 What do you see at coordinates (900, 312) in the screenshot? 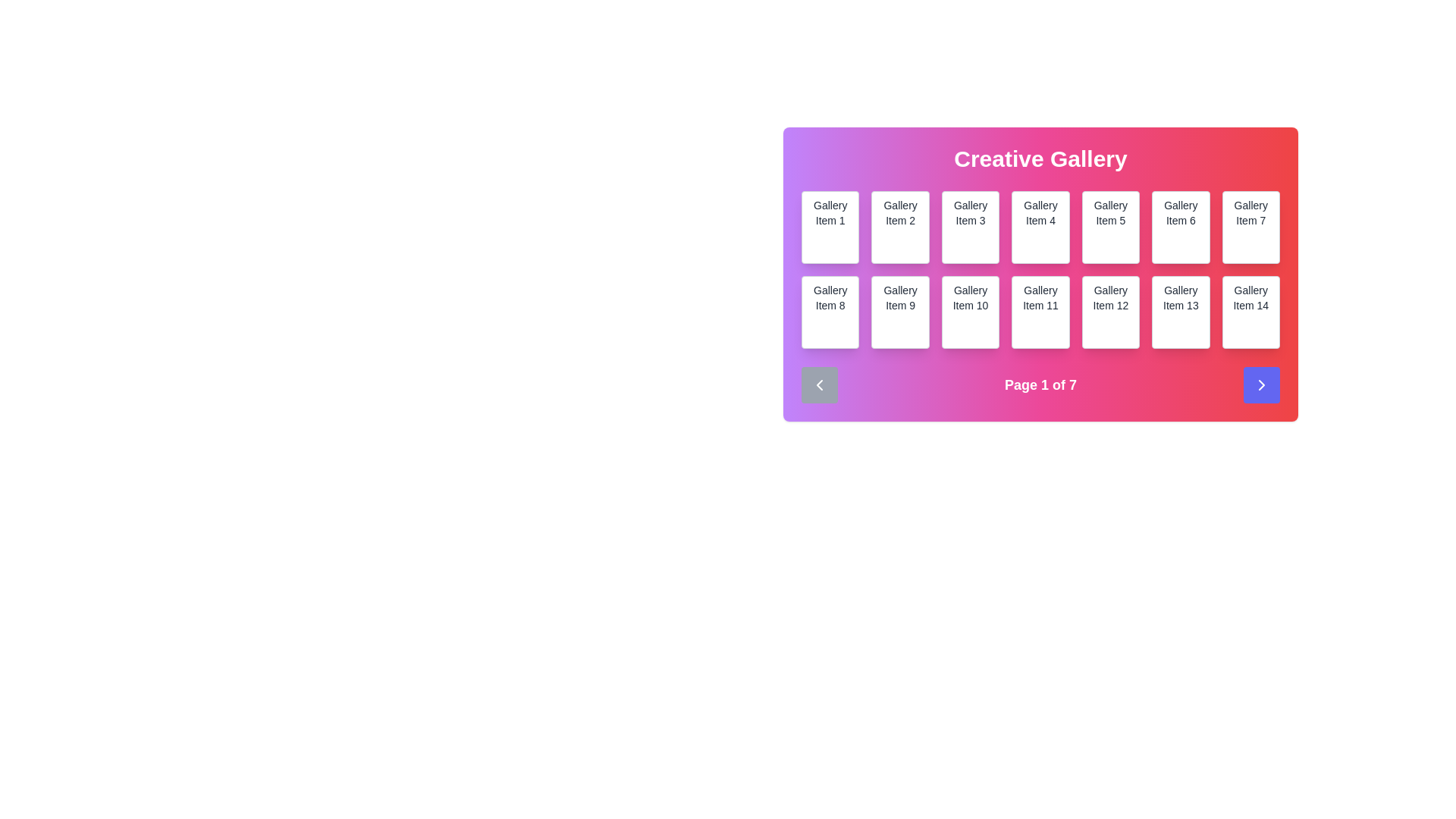
I see `to select or highlight the gallery card located in the second row and second column of the grid, which is positioned below 'Gallery Item 2' and to the right of 'Gallery Item 8'` at bounding box center [900, 312].